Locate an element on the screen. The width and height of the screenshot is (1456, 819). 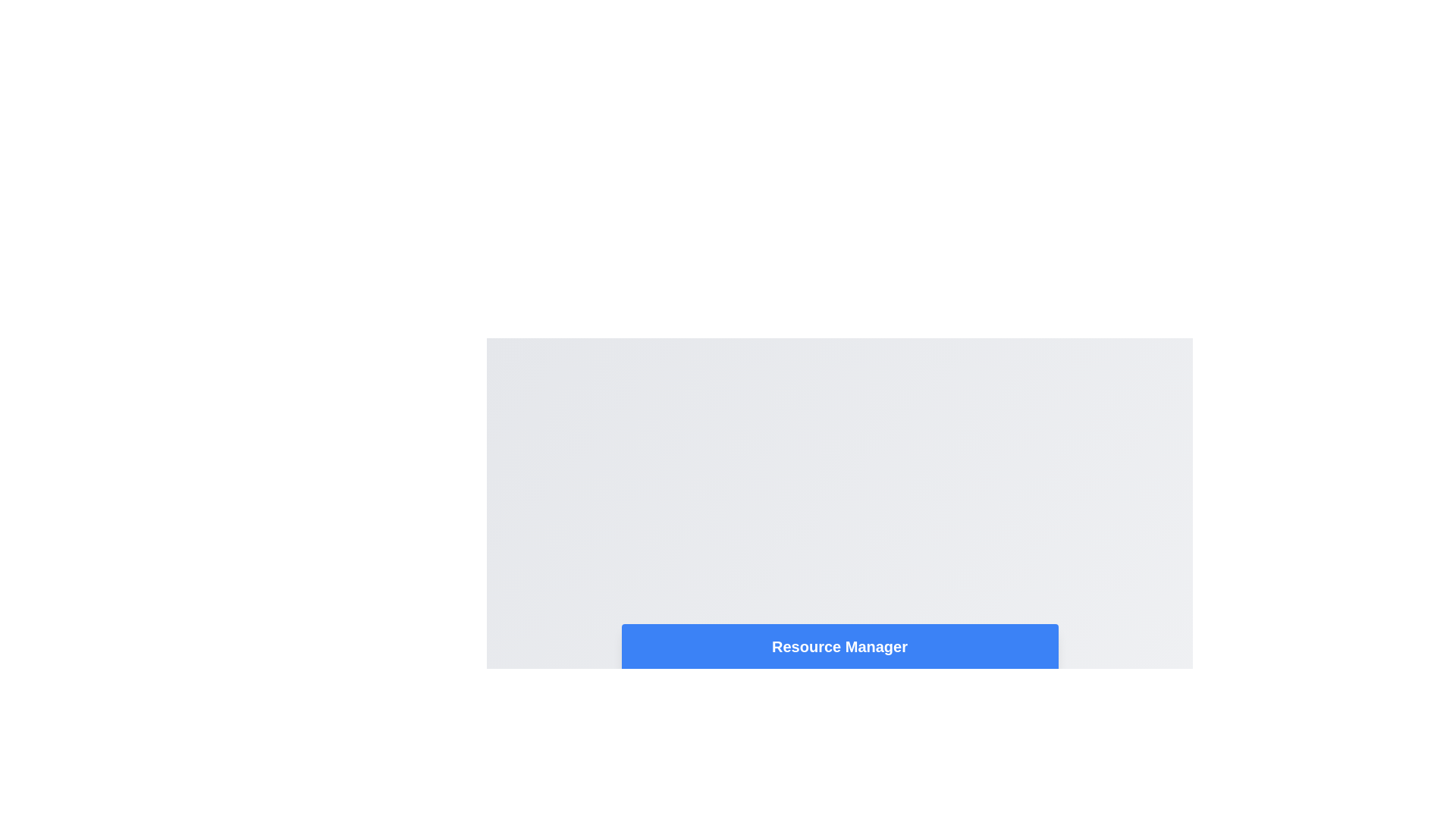
the header text 'Resource Manager' is located at coordinates (839, 646).